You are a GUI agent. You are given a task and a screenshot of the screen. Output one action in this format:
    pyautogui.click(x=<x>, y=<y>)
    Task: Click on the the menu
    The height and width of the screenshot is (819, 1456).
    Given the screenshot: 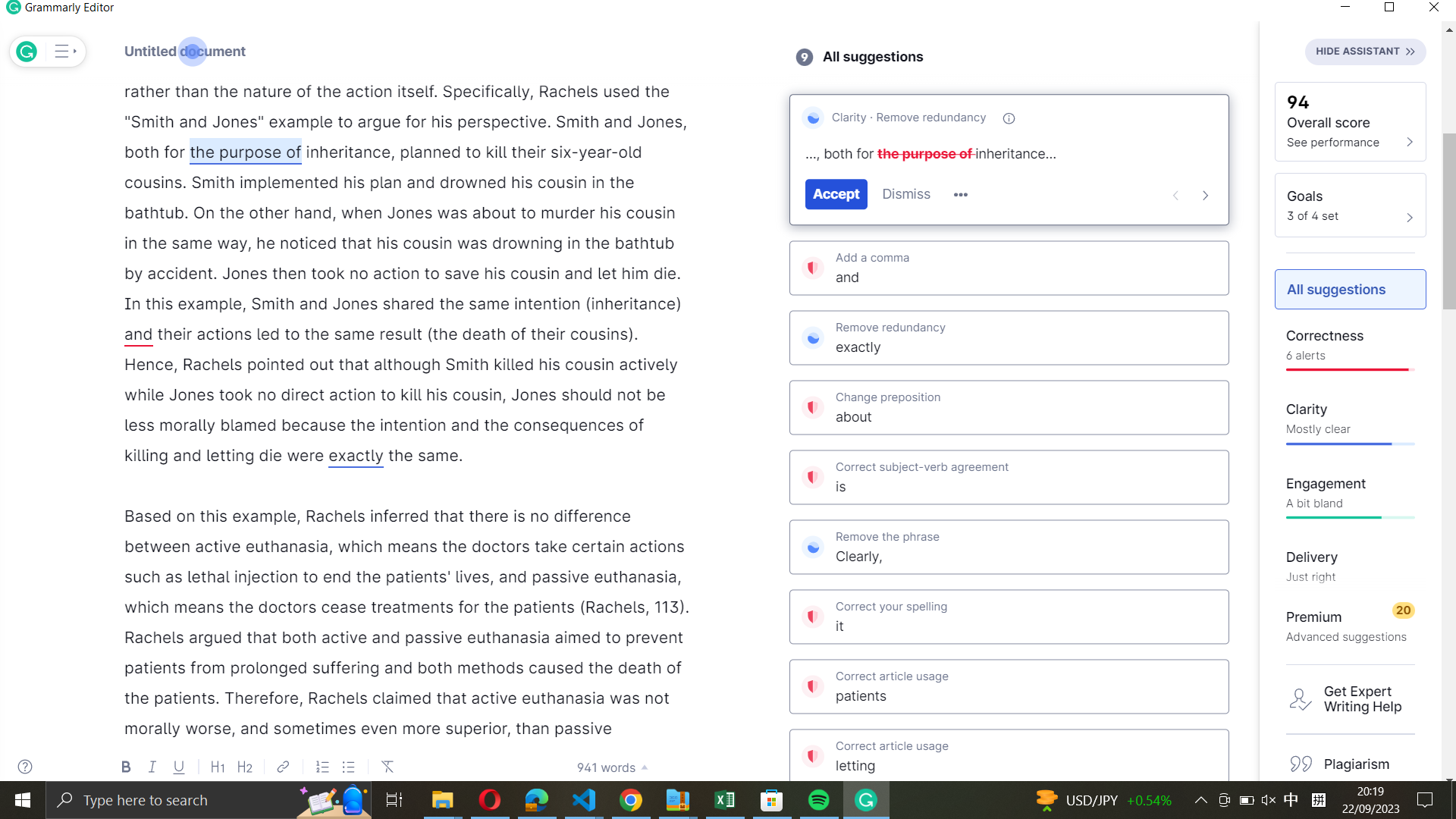 What is the action you would take?
    pyautogui.click(x=62, y=51)
    